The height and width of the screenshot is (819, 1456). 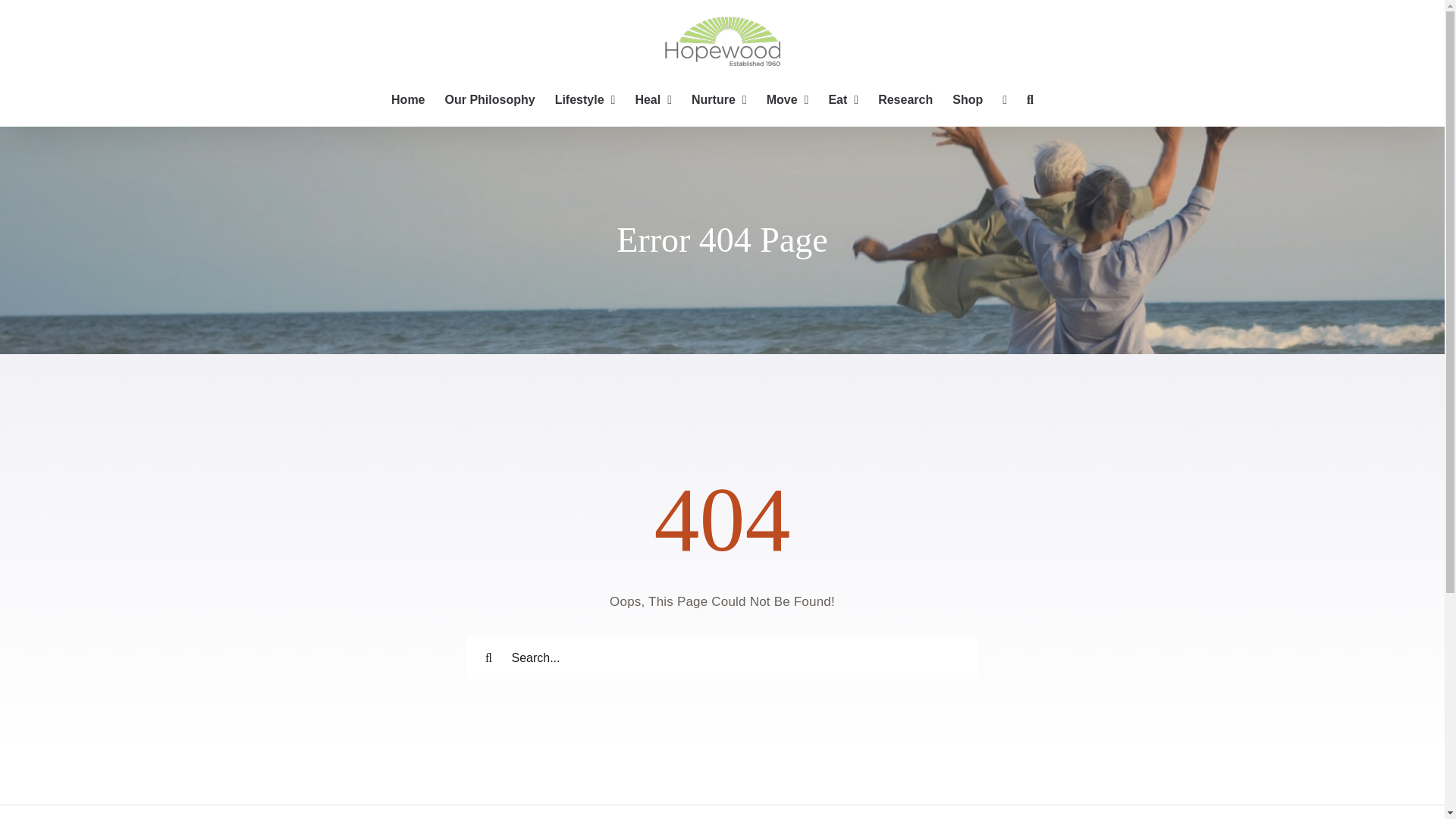 I want to click on 'Heal', so click(x=653, y=99).